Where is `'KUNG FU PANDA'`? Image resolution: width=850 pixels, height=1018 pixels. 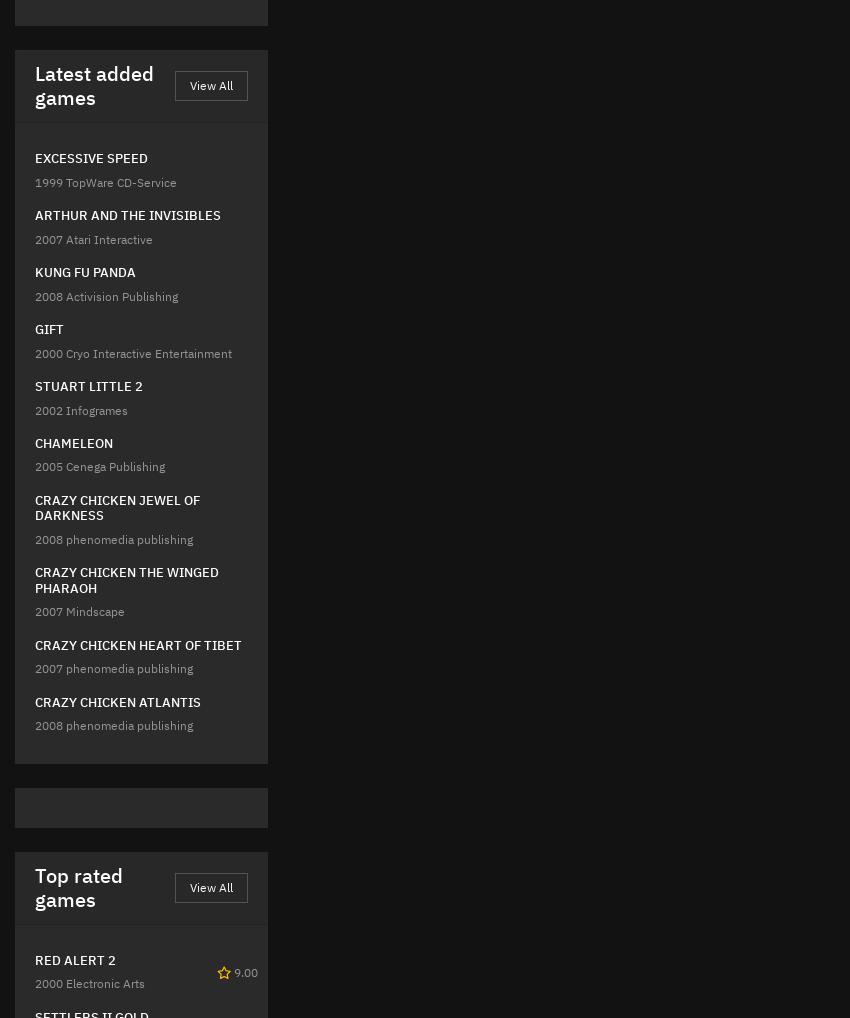 'KUNG FU PANDA' is located at coordinates (85, 272).